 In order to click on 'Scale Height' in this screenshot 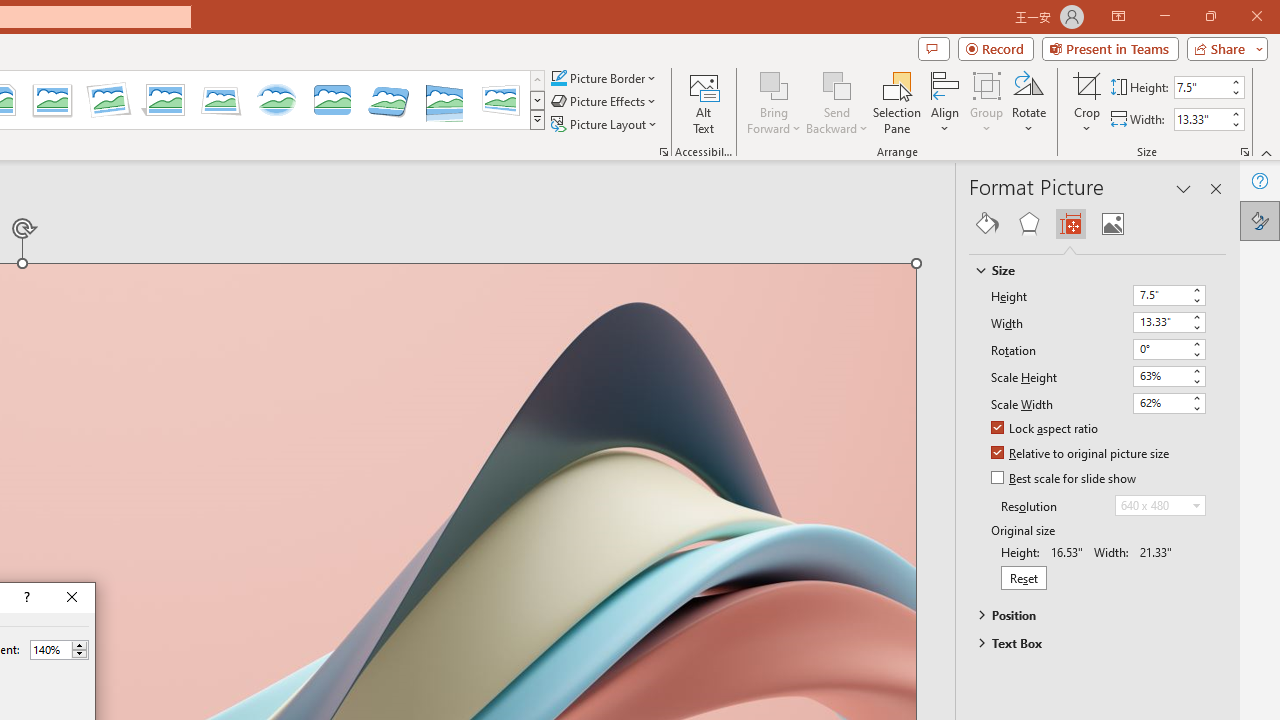, I will do `click(1169, 376)`.